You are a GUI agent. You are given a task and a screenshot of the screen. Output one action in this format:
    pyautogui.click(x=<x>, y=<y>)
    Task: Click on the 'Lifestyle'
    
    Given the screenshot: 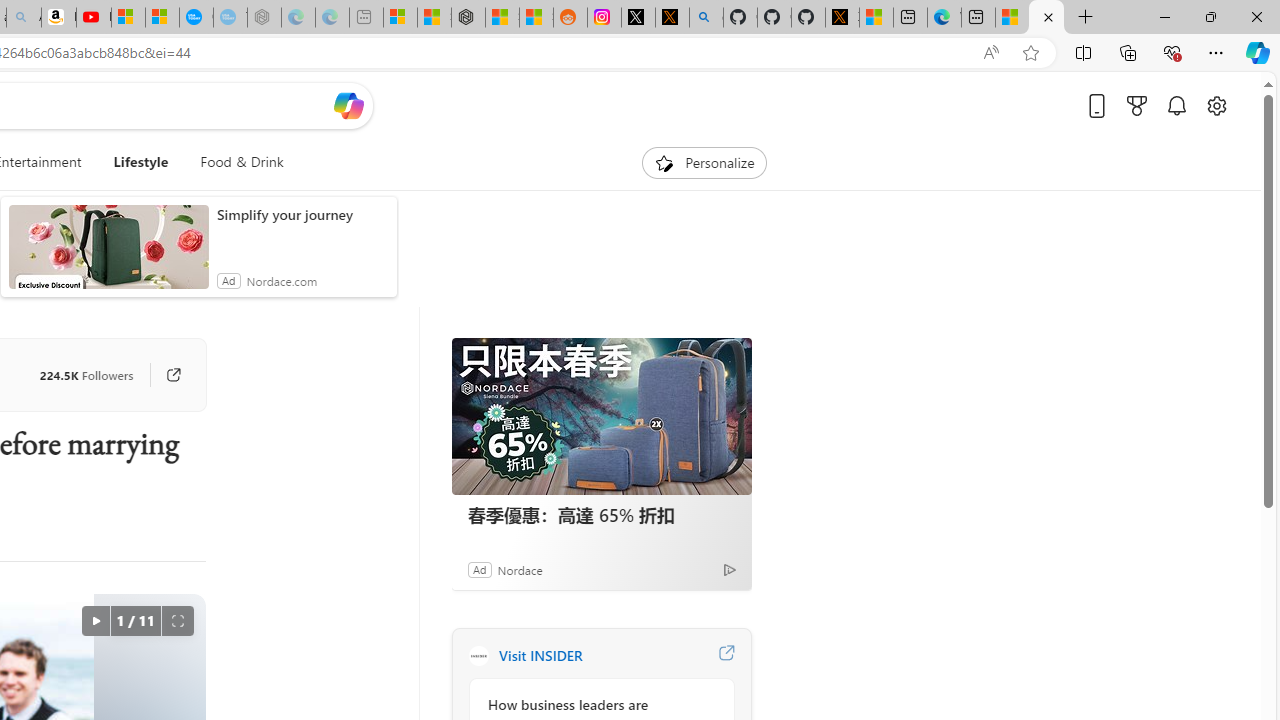 What is the action you would take?
    pyautogui.click(x=140, y=162)
    